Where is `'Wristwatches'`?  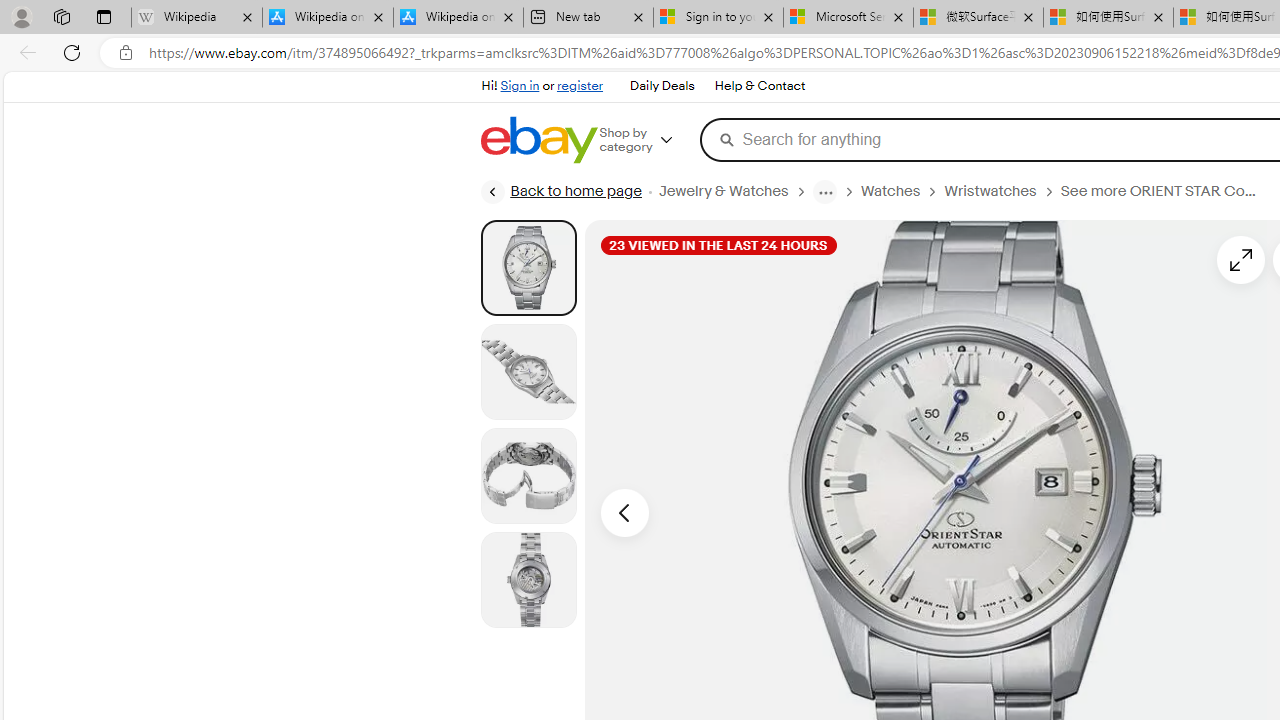
'Wristwatches' is located at coordinates (990, 191).